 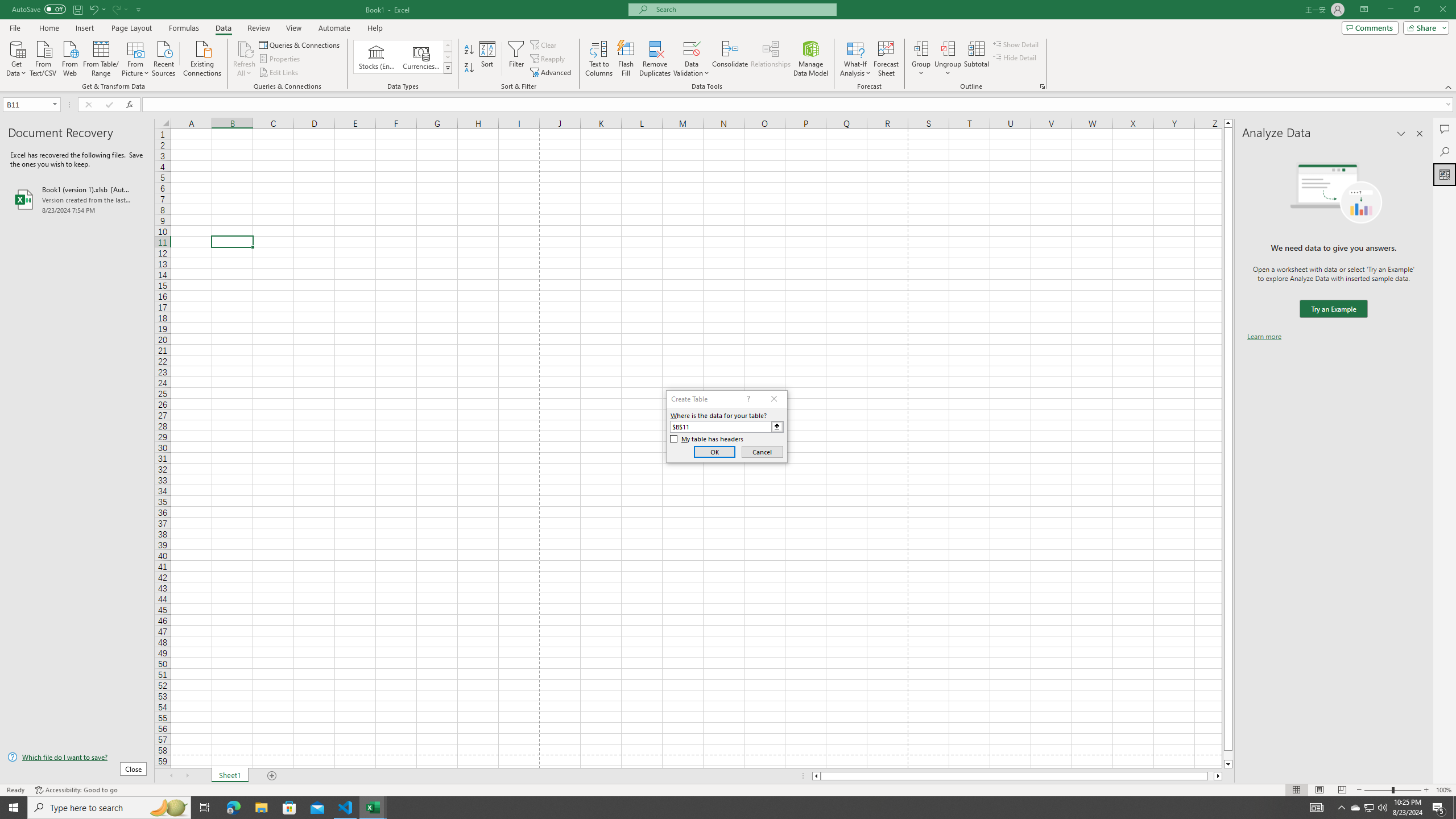 I want to click on 'AutomationID: ConvertToLinkedEntity', so click(x=403, y=56).